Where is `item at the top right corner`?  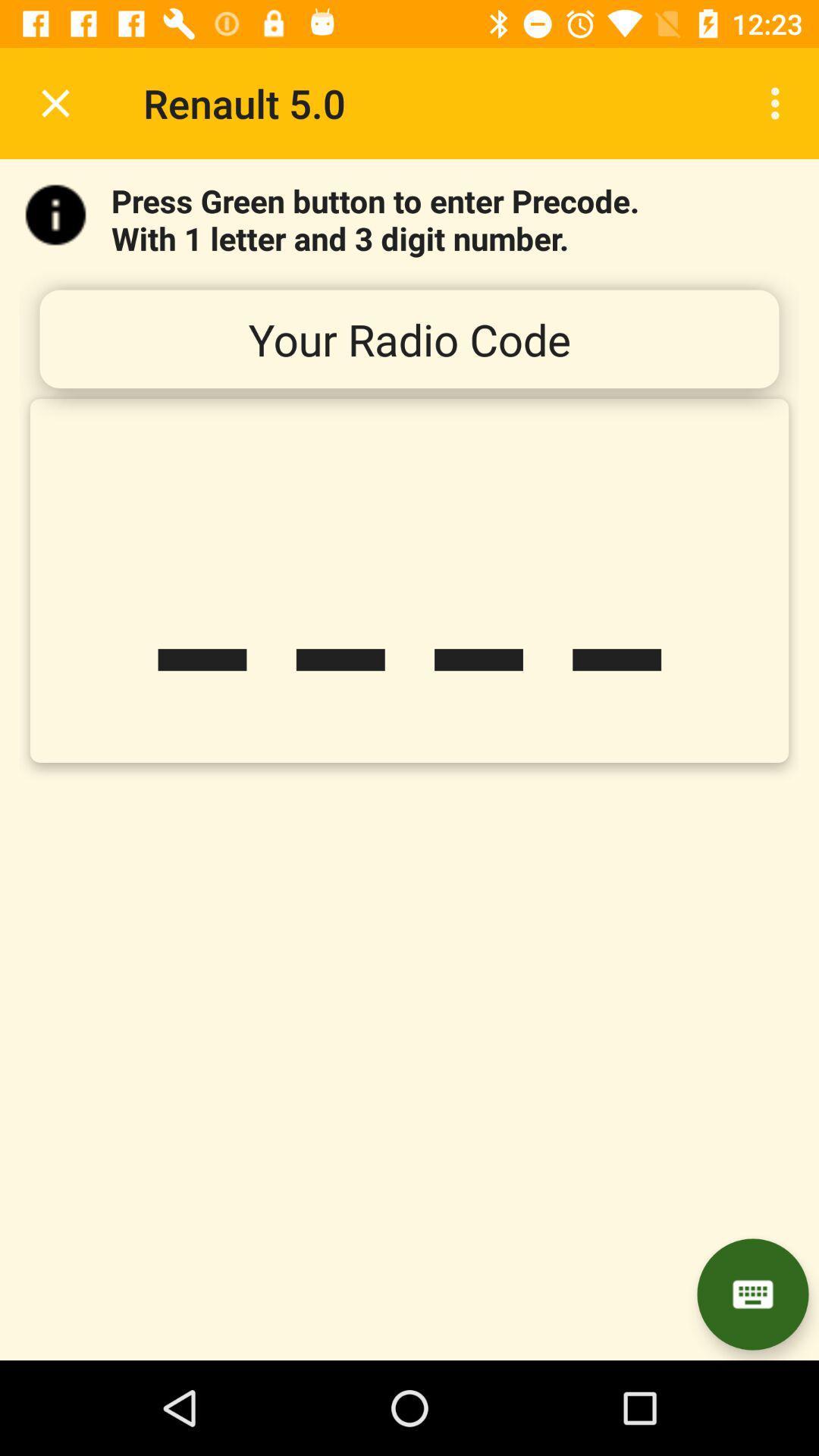
item at the top right corner is located at coordinates (779, 102).